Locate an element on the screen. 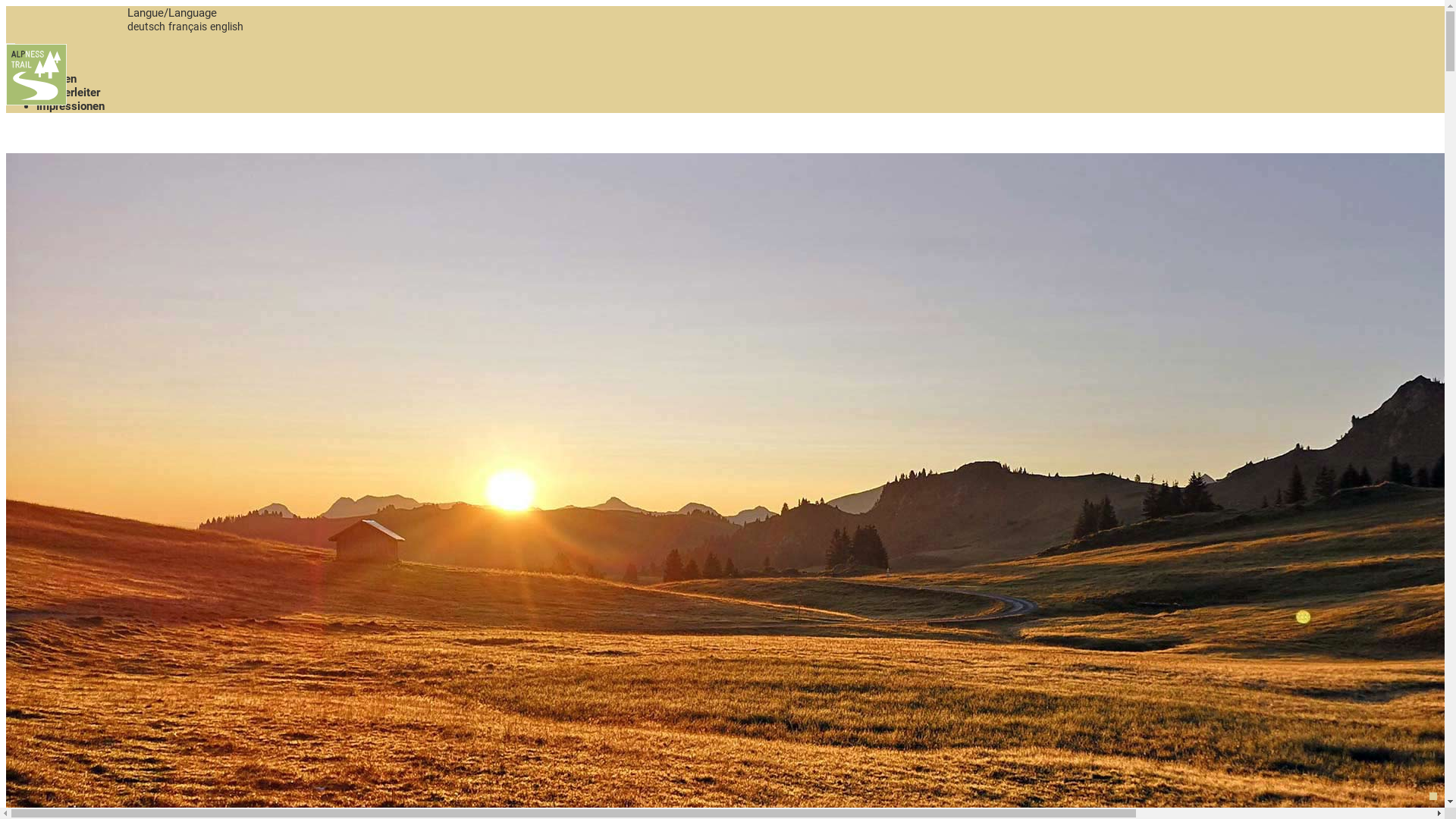 The height and width of the screenshot is (819, 1456). 'Karte' is located at coordinates (50, 64).